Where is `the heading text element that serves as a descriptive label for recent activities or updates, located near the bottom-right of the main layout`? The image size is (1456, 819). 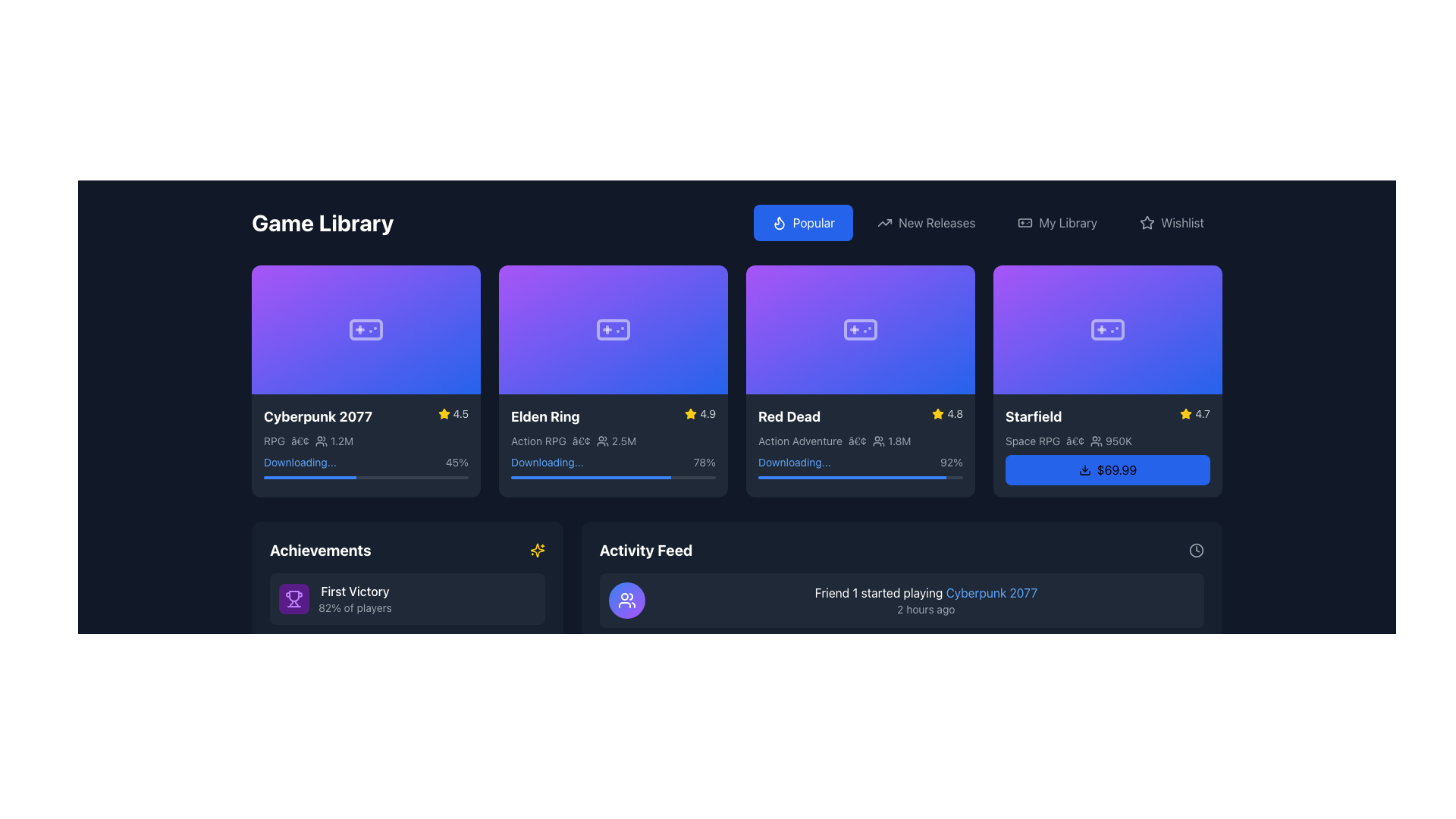
the heading text element that serves as a descriptive label for recent activities or updates, located near the bottom-right of the main layout is located at coordinates (645, 550).